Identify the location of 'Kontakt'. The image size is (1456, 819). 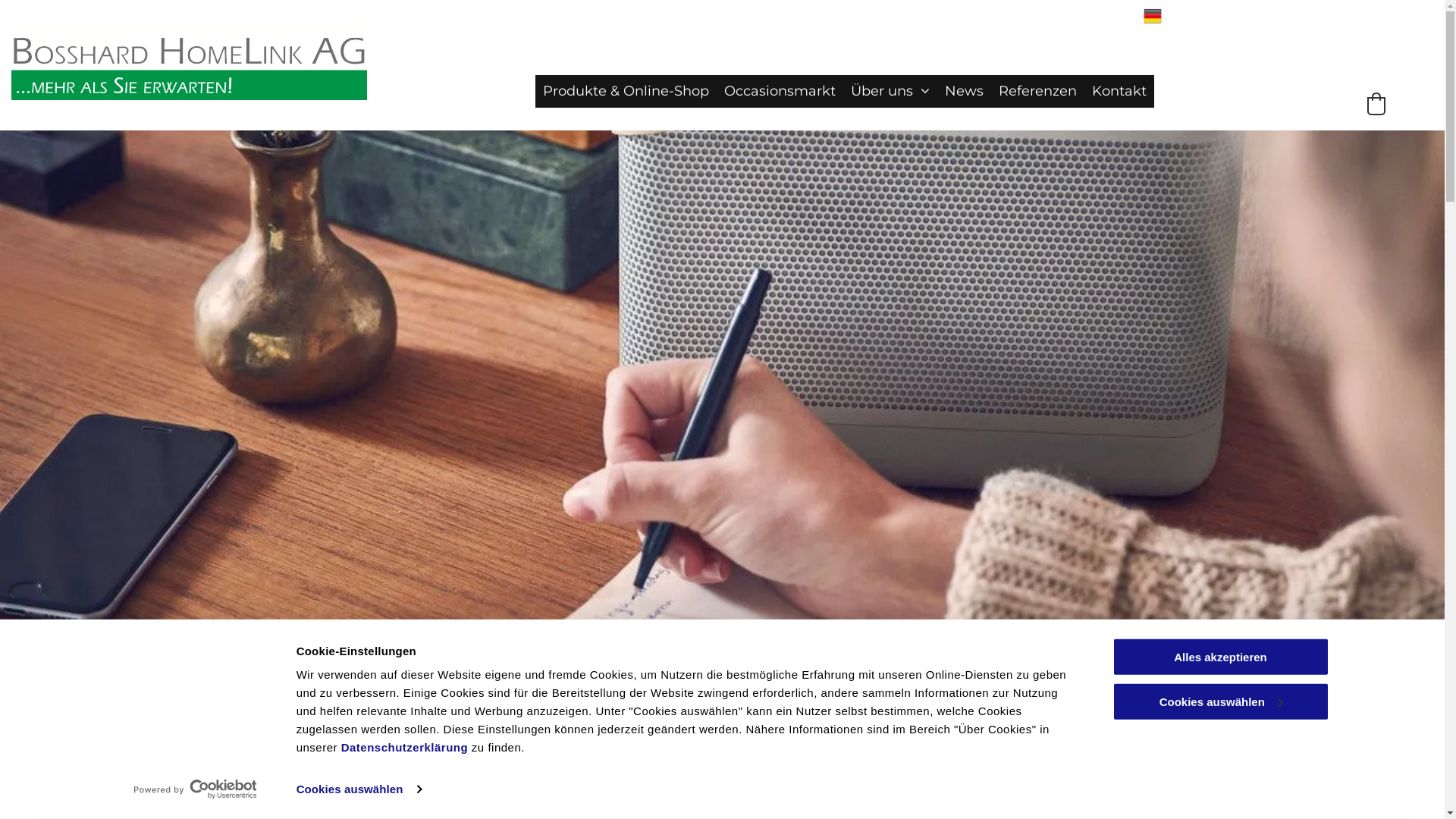
(1084, 91).